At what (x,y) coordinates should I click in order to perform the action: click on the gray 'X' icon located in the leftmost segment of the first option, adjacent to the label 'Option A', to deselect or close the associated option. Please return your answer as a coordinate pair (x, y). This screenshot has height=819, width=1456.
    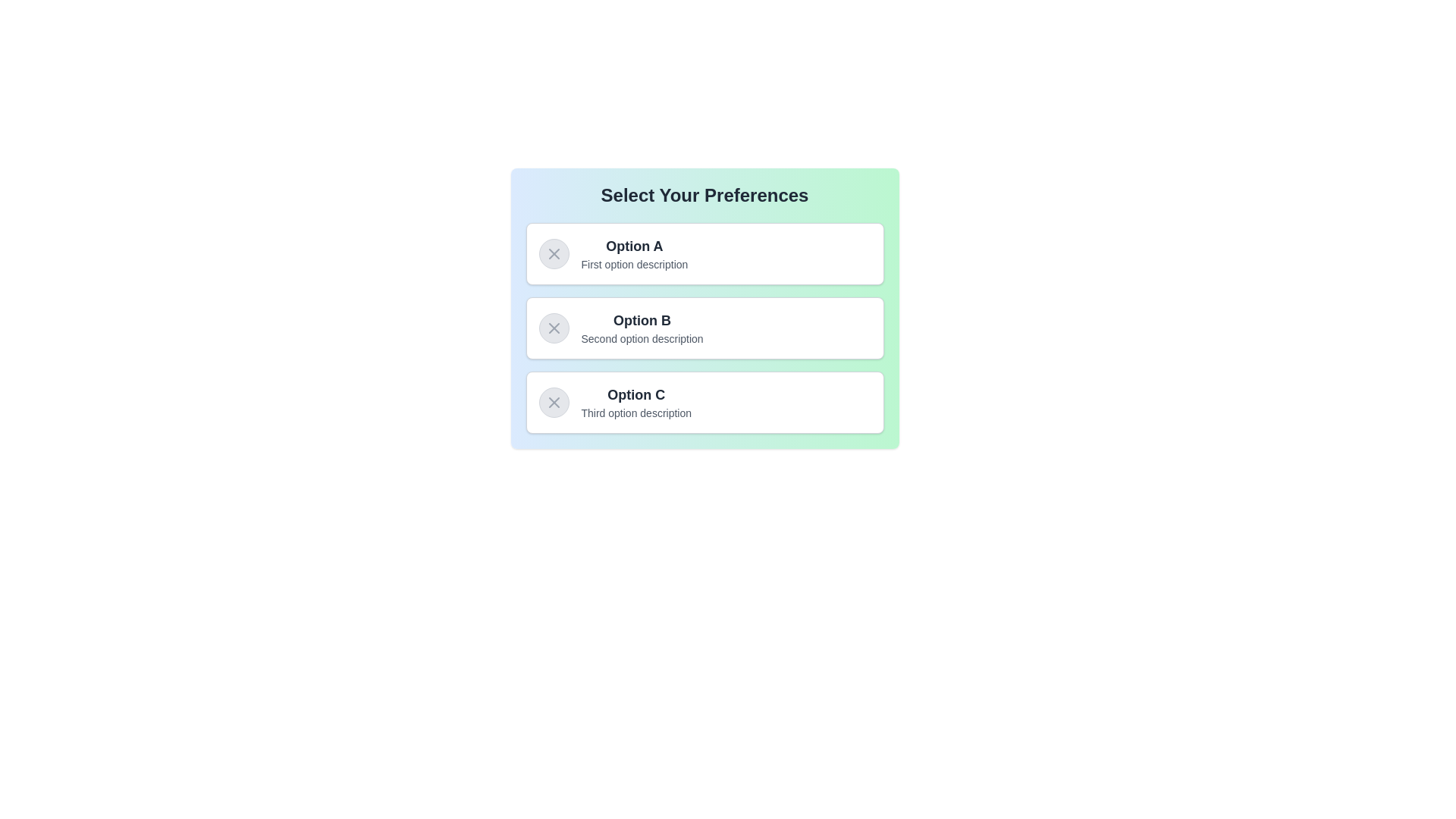
    Looking at the image, I should click on (553, 253).